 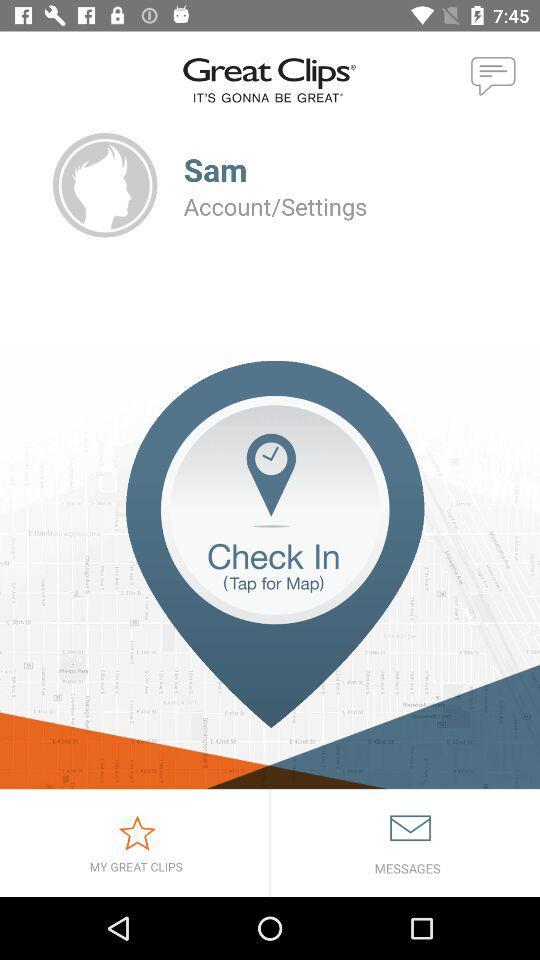 I want to click on the chat icon, so click(x=493, y=77).